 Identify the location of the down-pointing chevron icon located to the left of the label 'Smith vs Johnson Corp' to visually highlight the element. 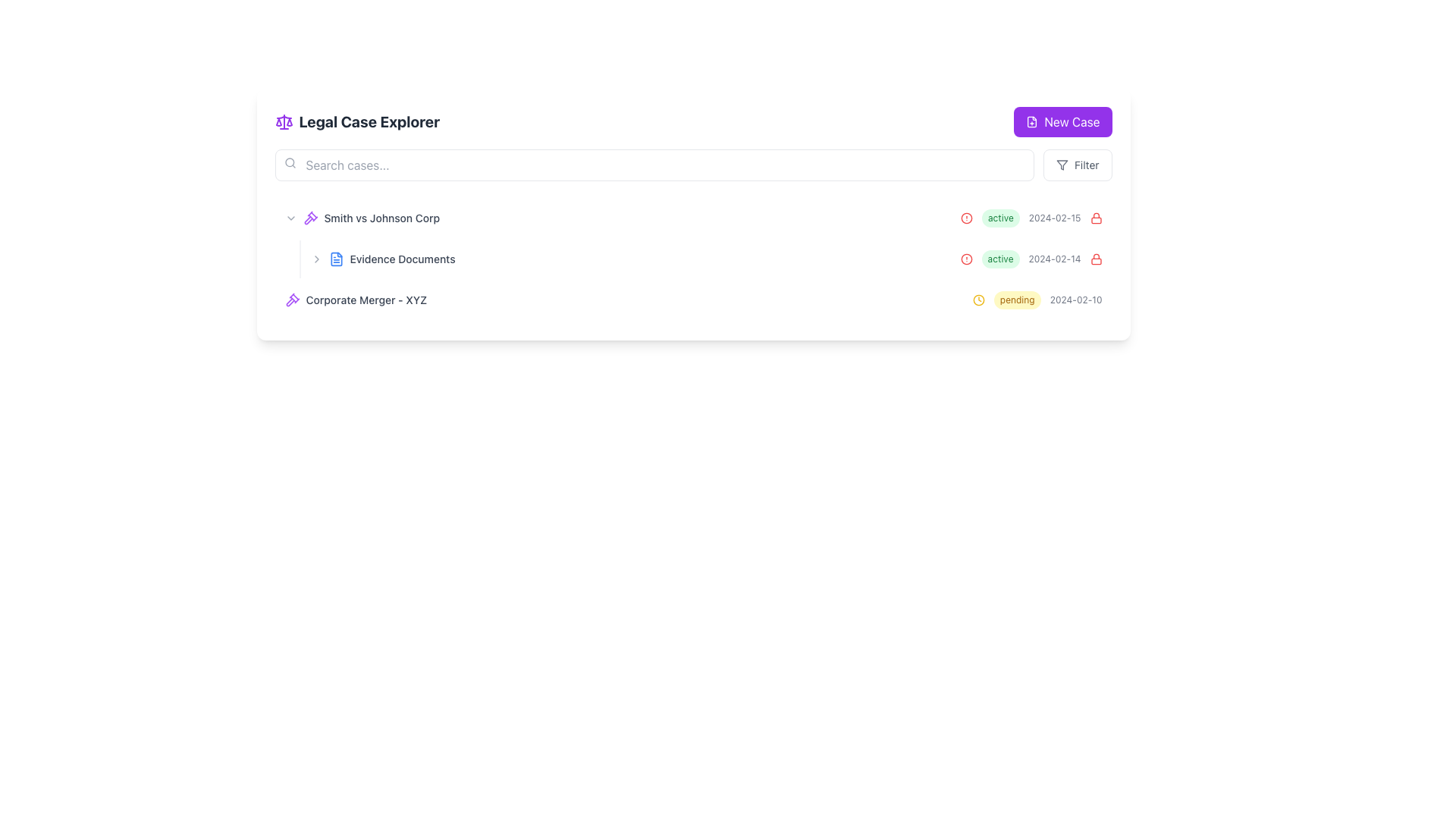
(290, 218).